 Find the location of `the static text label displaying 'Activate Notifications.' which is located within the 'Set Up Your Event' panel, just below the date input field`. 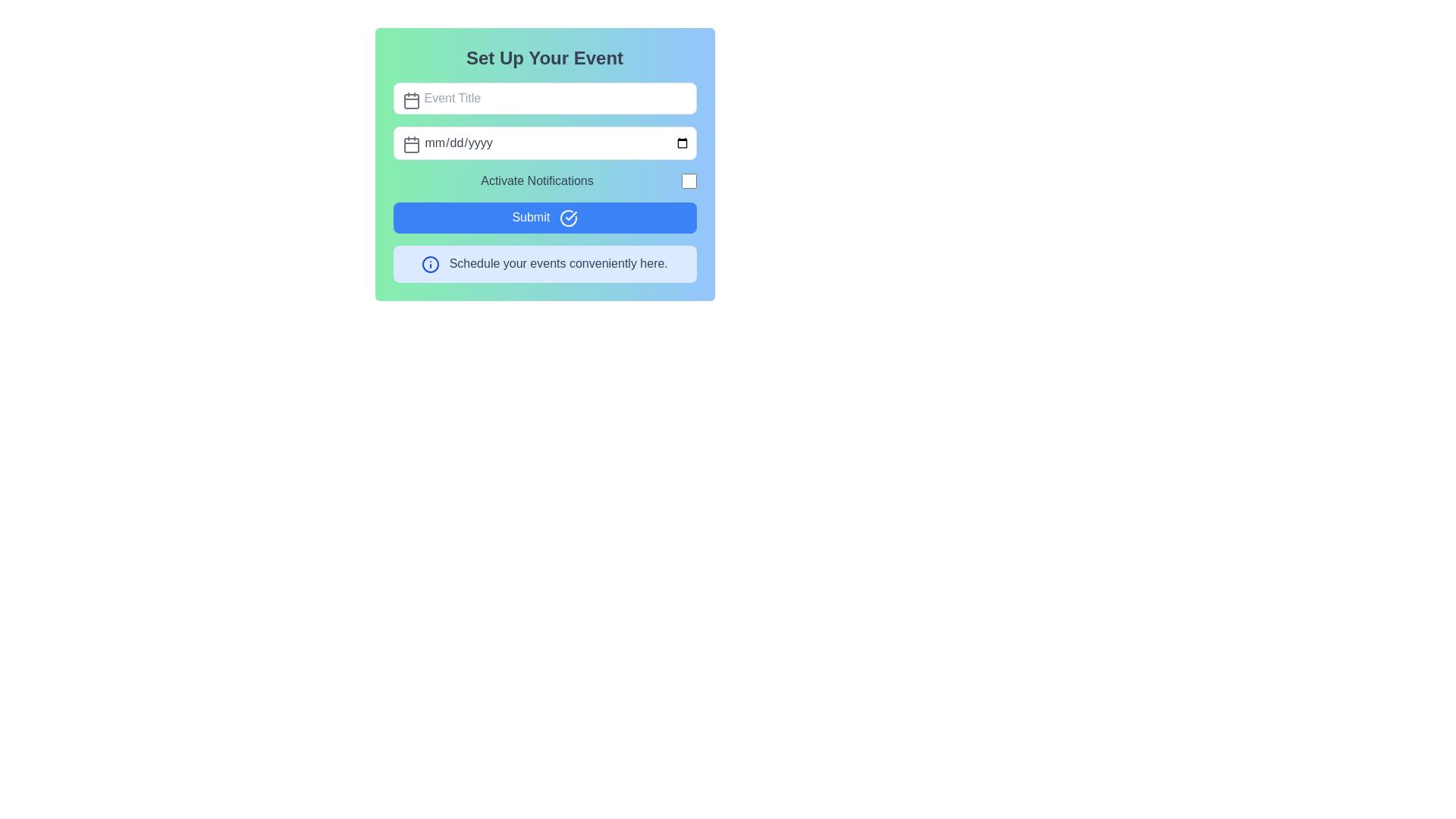

the static text label displaying 'Activate Notifications.' which is located within the 'Set Up Your Event' panel, just below the date input field is located at coordinates (537, 180).